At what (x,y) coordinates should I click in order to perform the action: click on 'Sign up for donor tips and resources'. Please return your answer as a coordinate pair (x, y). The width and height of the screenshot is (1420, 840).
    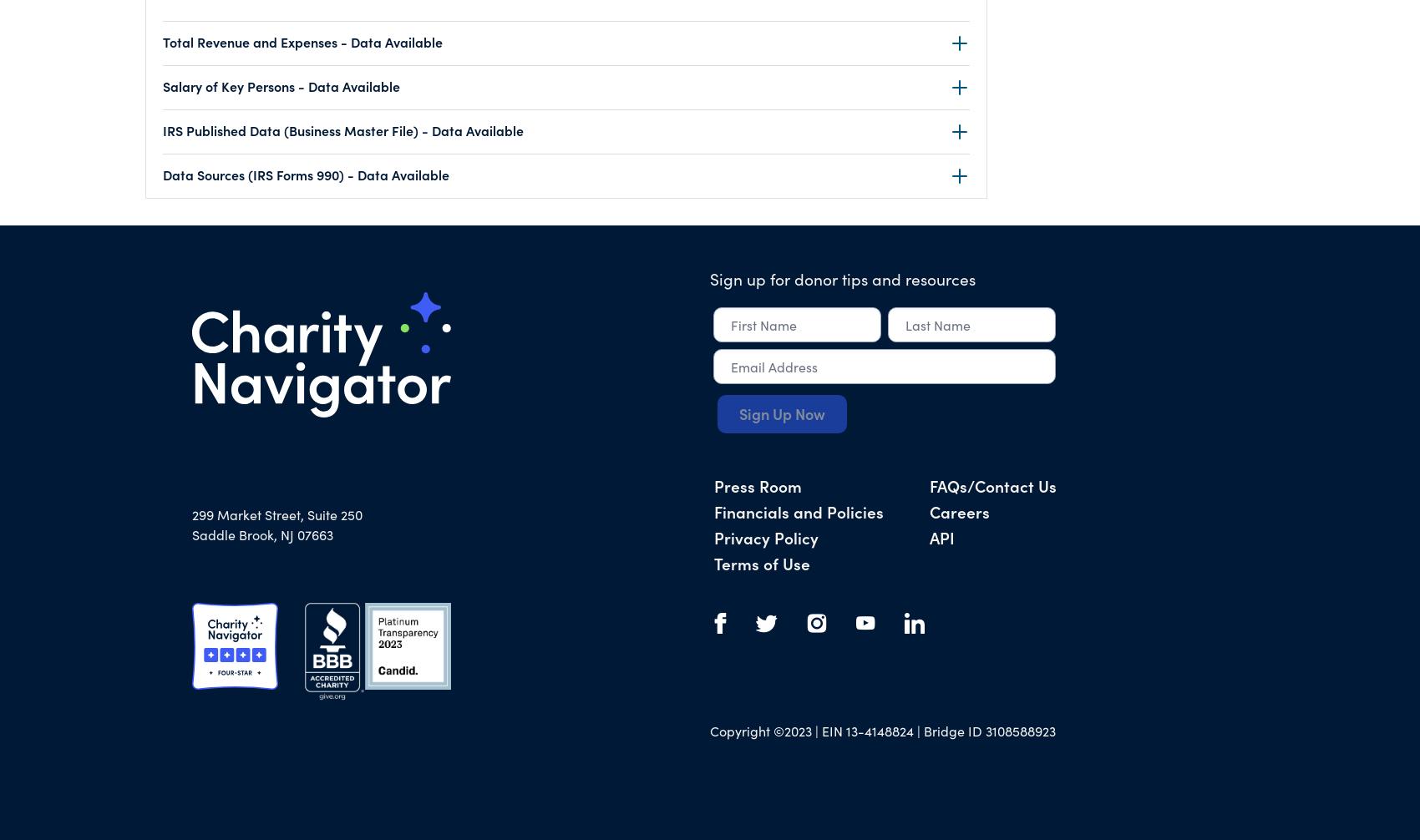
    Looking at the image, I should click on (840, 277).